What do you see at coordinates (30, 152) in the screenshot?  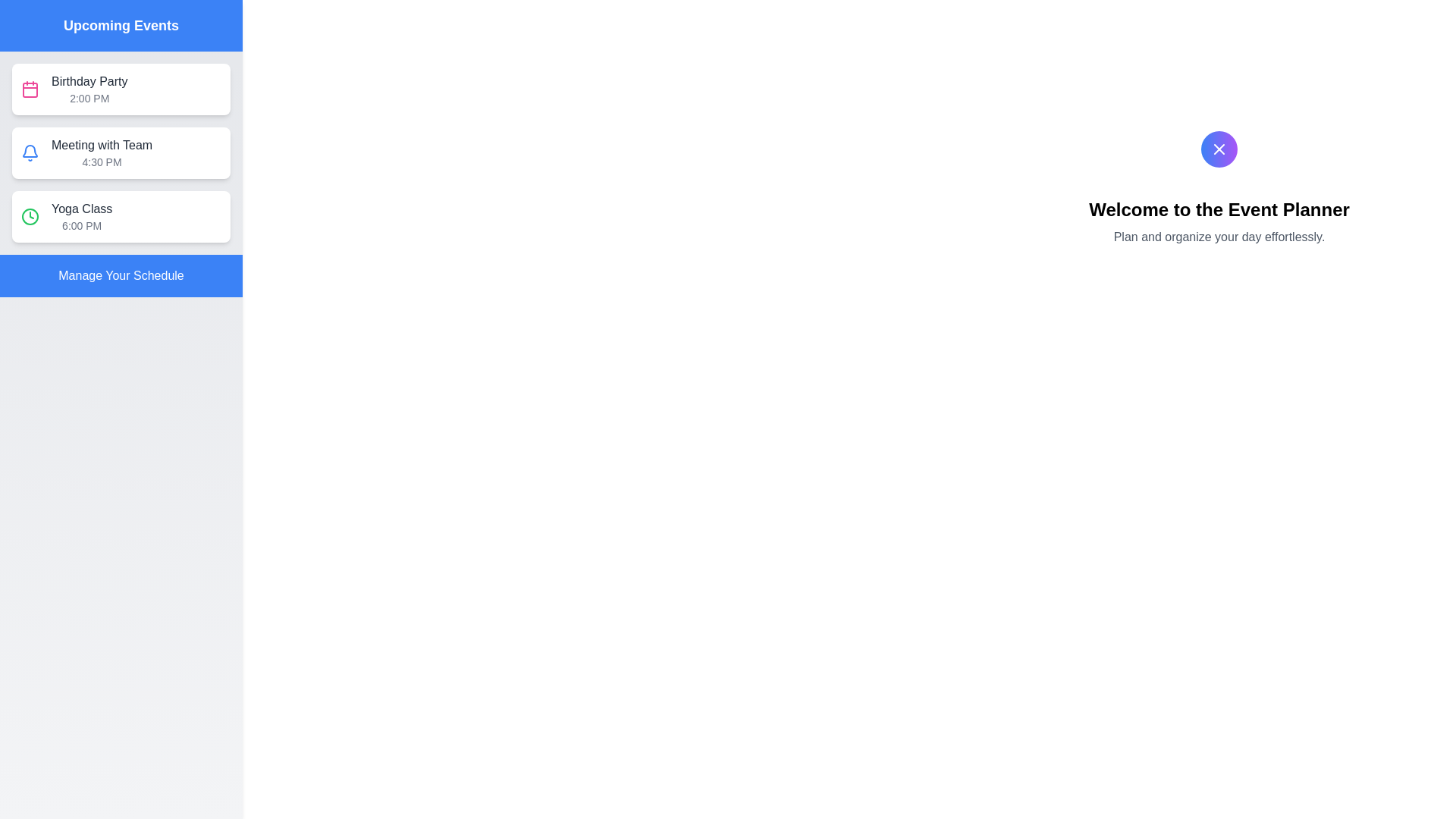 I see `the bell icon with blue outlines located within the event card displaying 'Meeting with Team' and '4:30 PM'` at bounding box center [30, 152].